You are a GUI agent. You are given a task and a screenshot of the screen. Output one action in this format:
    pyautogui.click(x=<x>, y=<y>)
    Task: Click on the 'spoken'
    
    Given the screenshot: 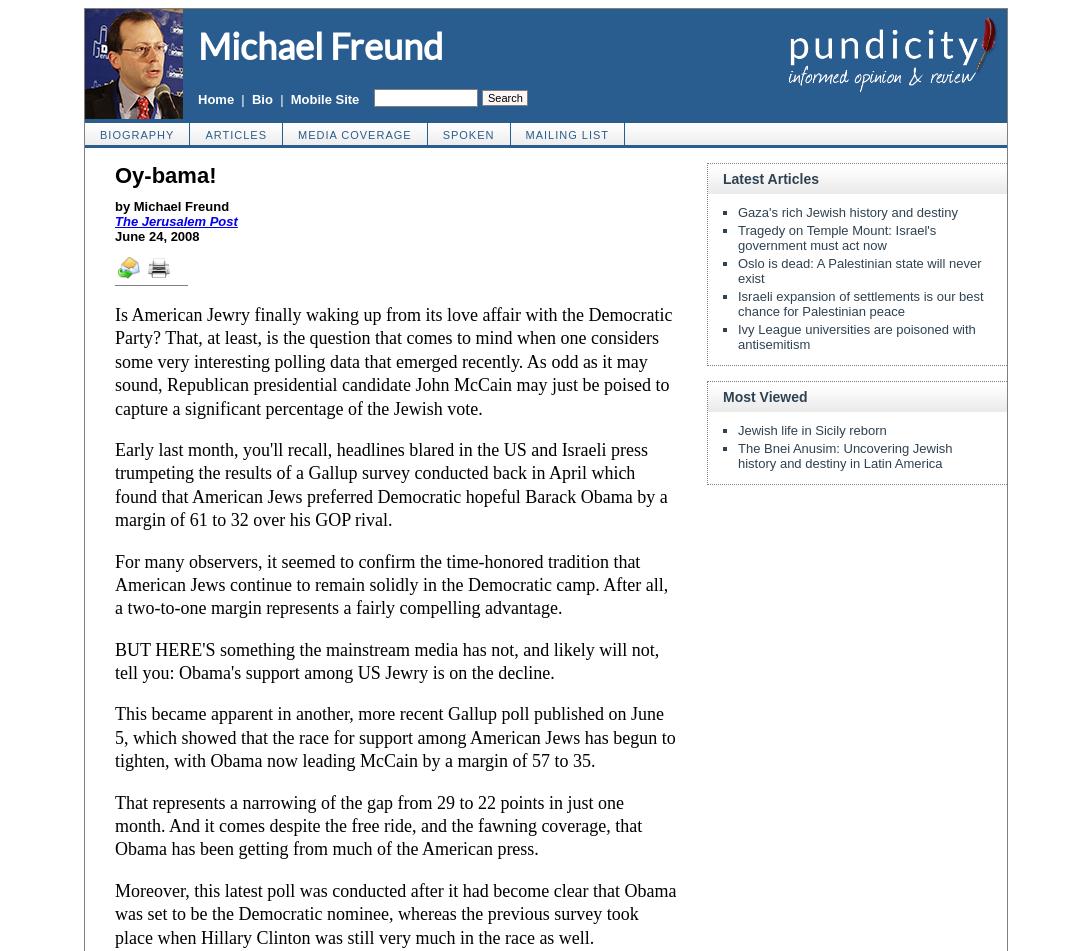 What is the action you would take?
    pyautogui.click(x=468, y=135)
    